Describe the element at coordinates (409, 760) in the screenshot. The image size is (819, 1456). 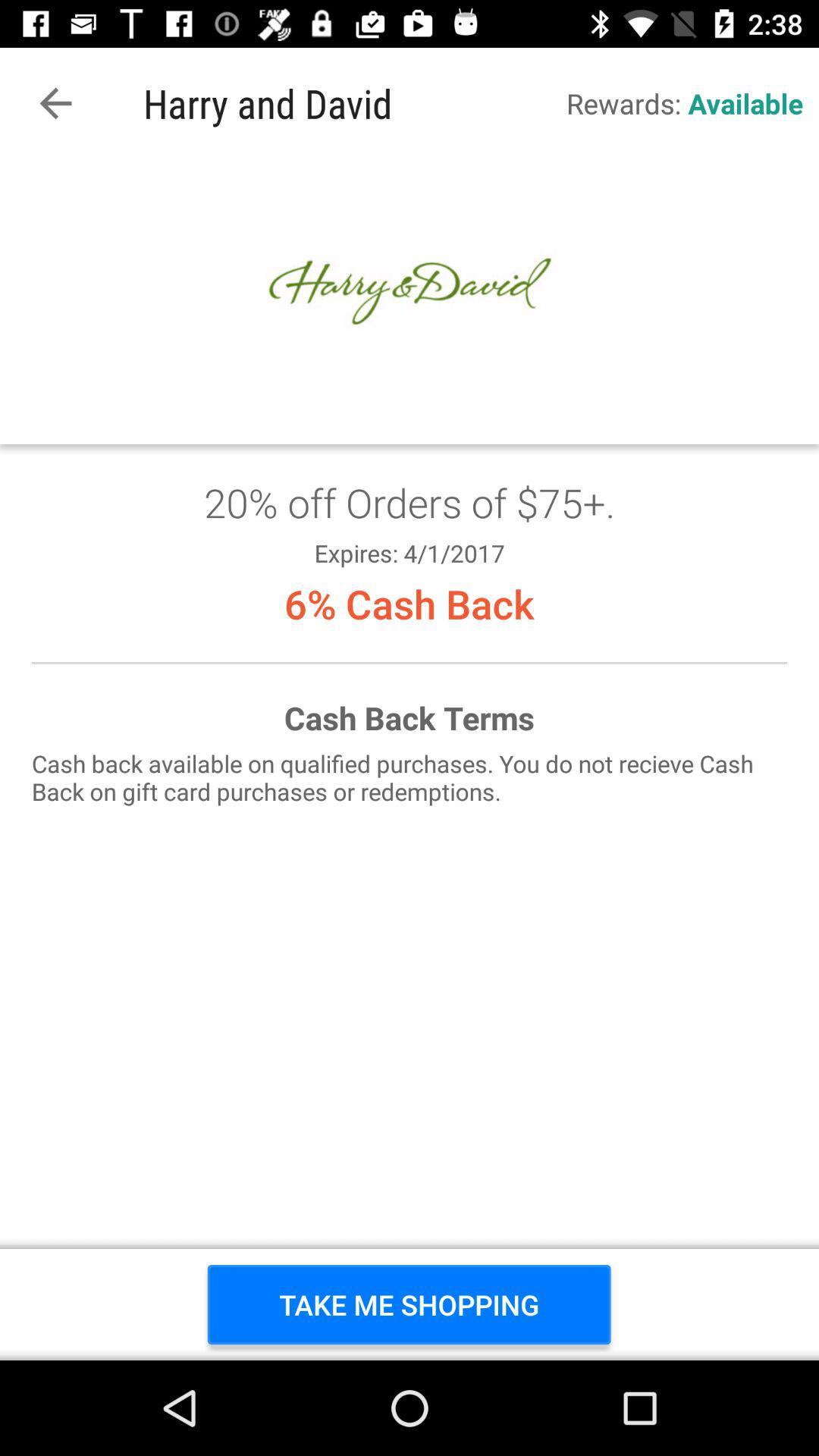
I see `rewards available shop now` at that location.